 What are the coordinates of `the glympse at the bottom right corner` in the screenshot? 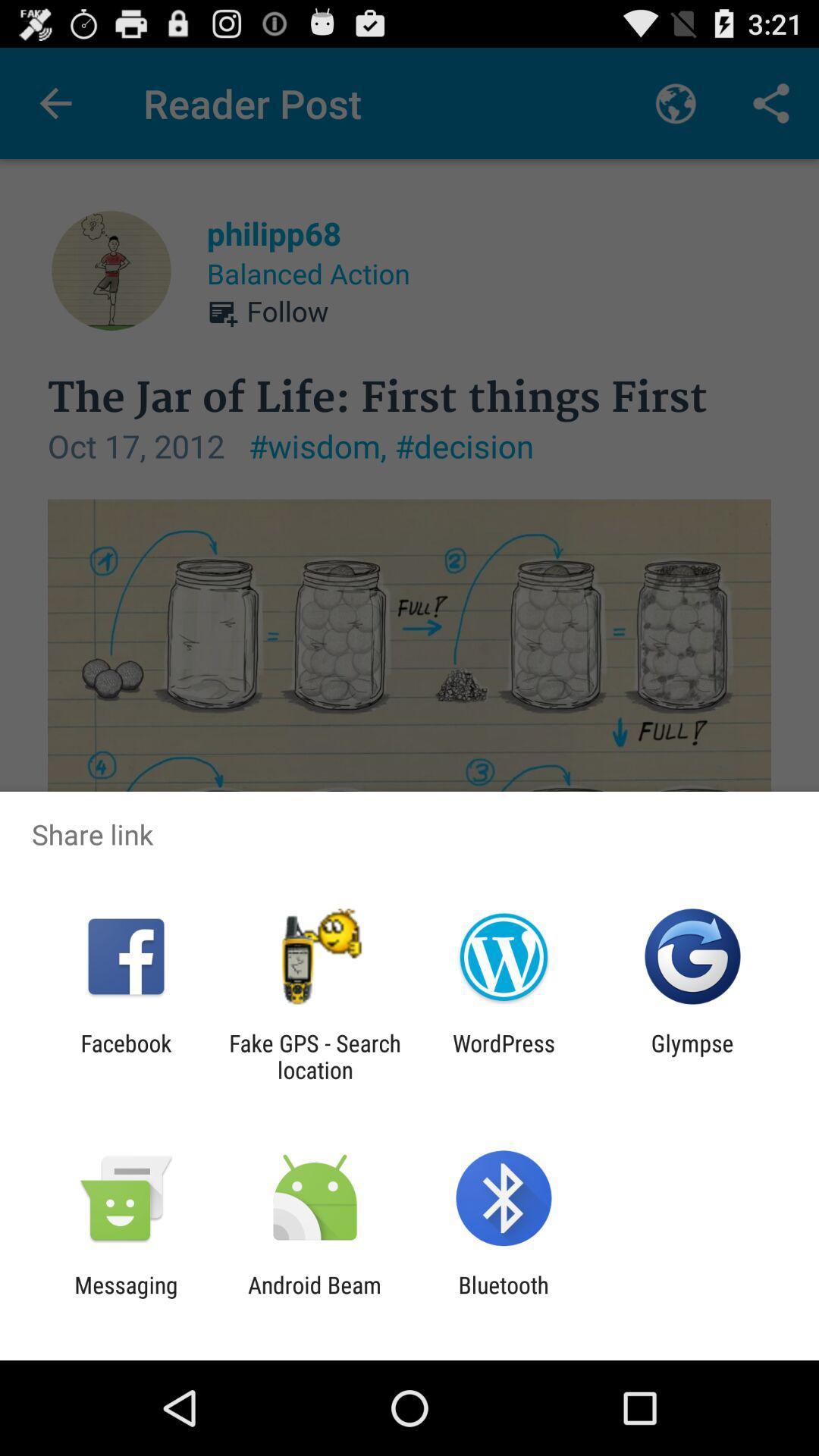 It's located at (692, 1056).